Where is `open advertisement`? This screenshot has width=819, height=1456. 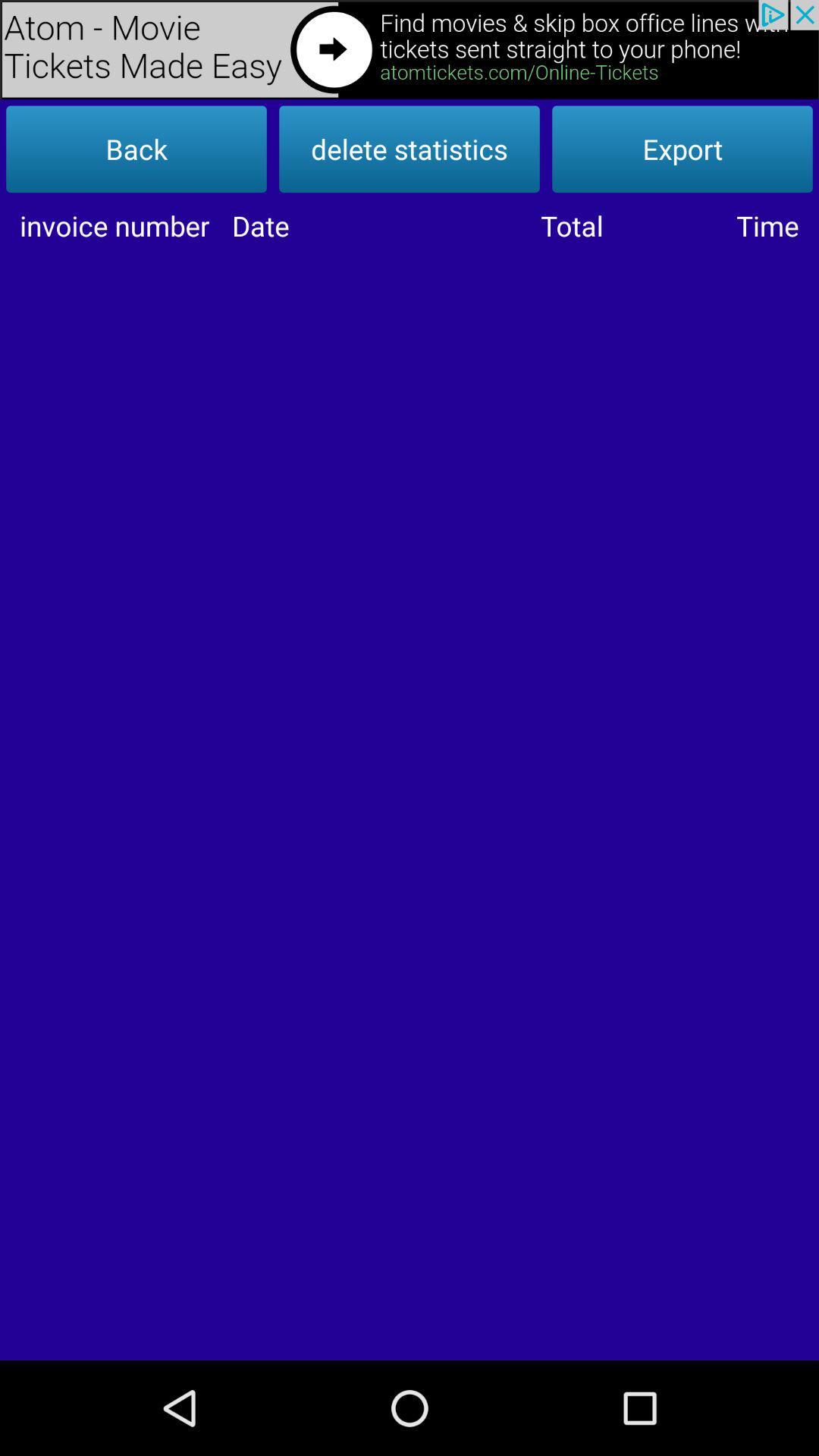
open advertisement is located at coordinates (409, 49).